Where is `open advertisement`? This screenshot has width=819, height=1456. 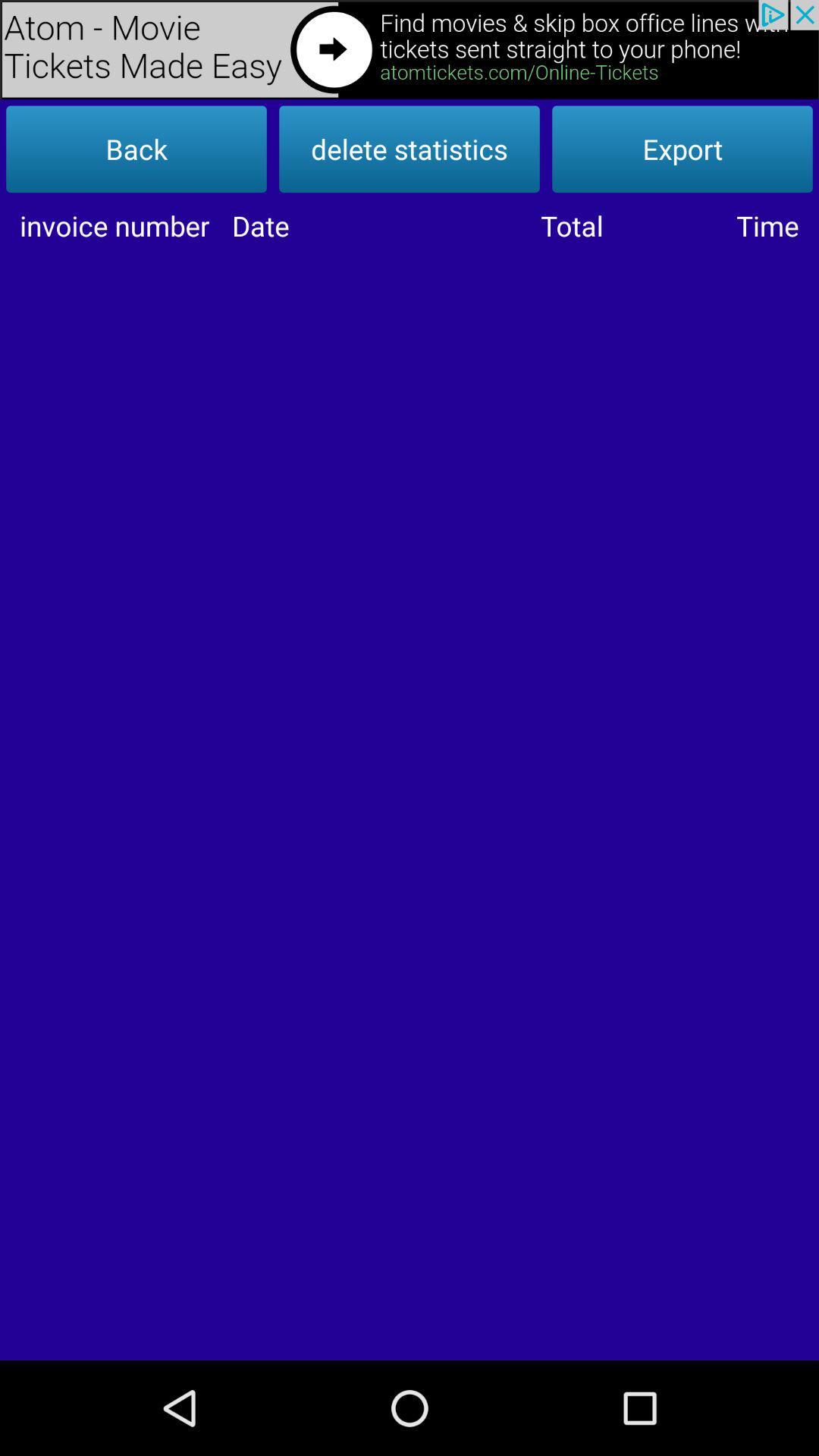
open advertisement is located at coordinates (409, 49).